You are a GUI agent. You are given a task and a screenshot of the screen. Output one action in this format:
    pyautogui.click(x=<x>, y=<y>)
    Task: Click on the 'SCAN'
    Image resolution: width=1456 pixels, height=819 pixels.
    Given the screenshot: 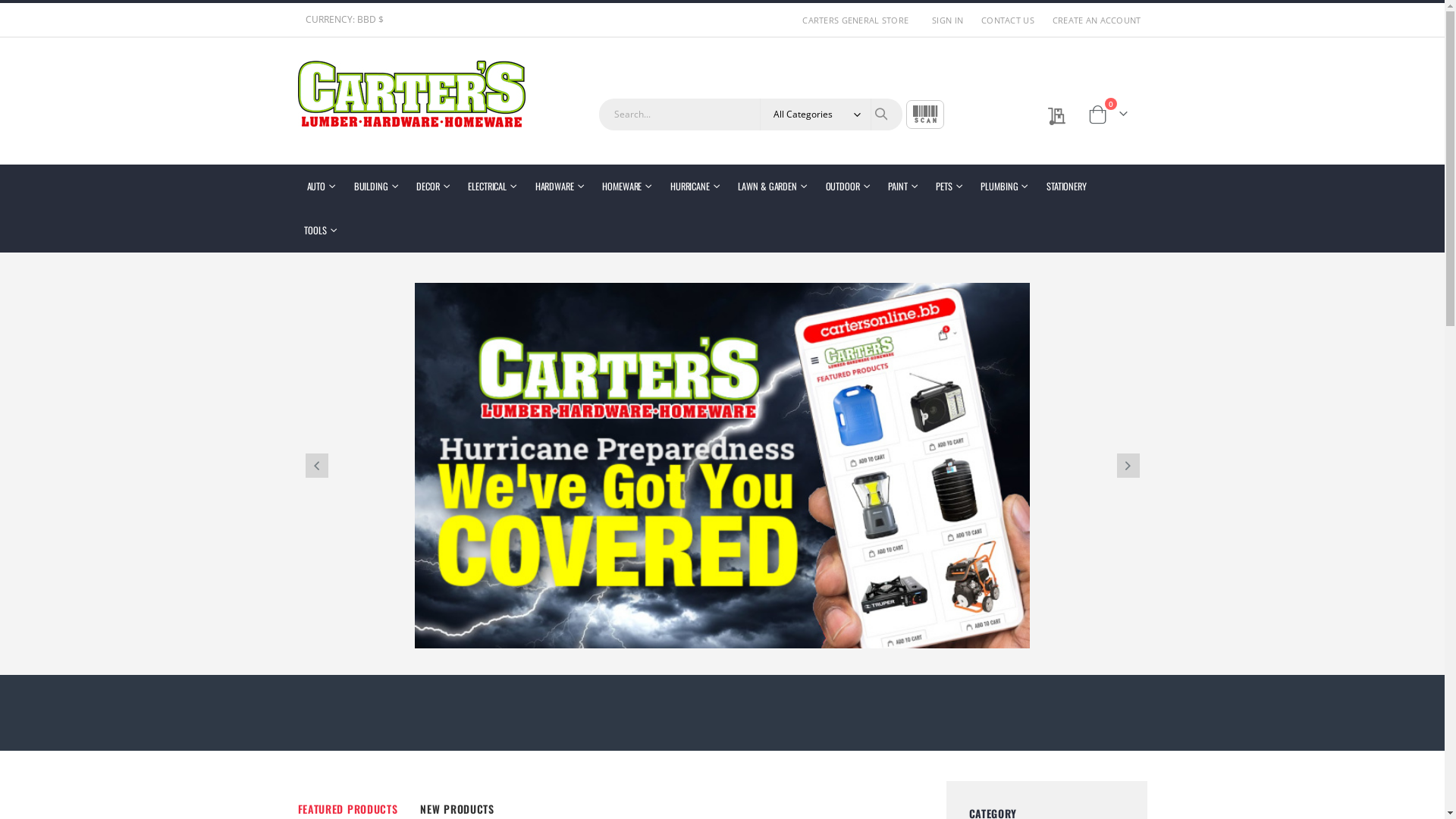 What is the action you would take?
    pyautogui.click(x=924, y=113)
    